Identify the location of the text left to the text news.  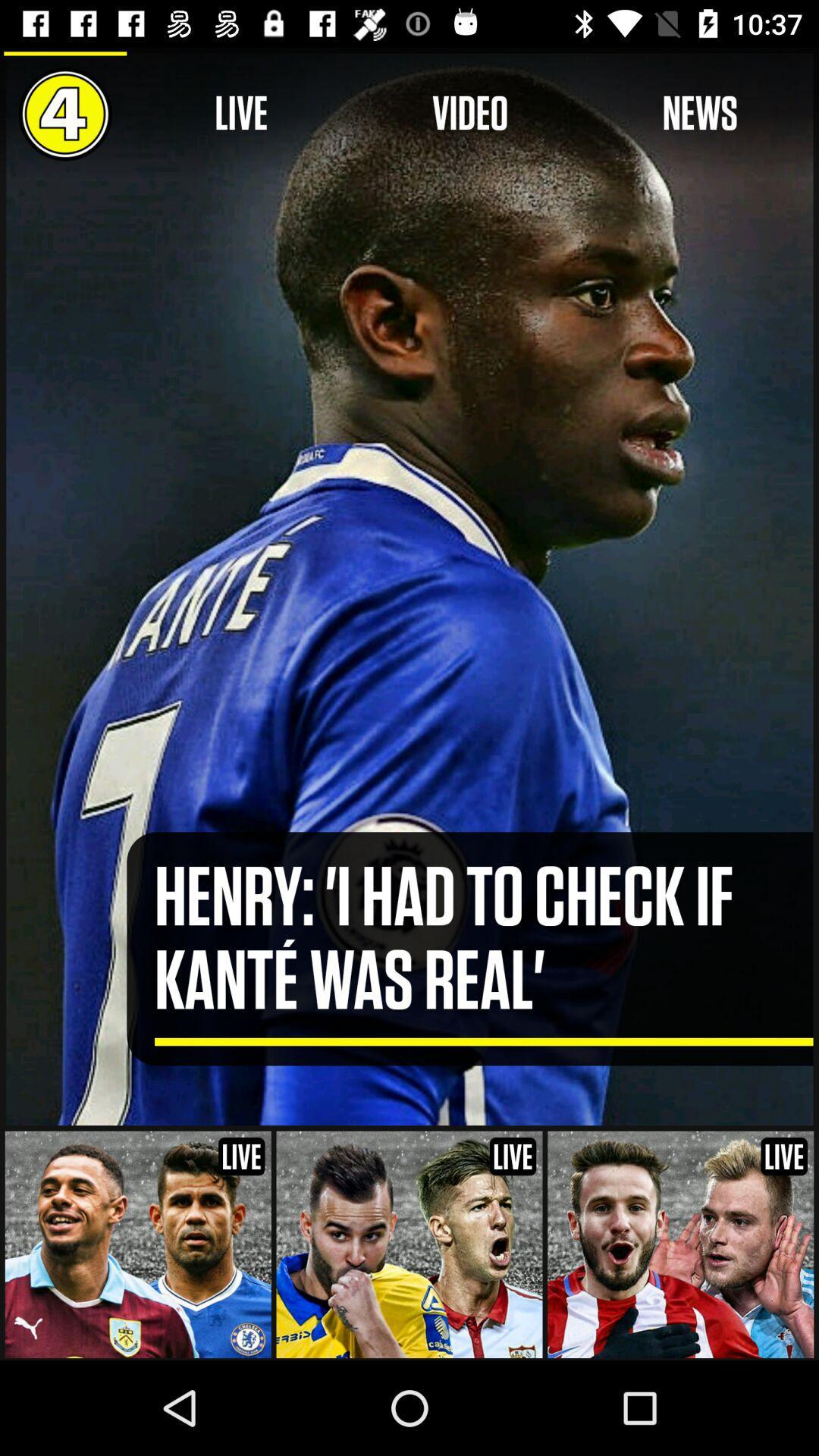
(470, 113).